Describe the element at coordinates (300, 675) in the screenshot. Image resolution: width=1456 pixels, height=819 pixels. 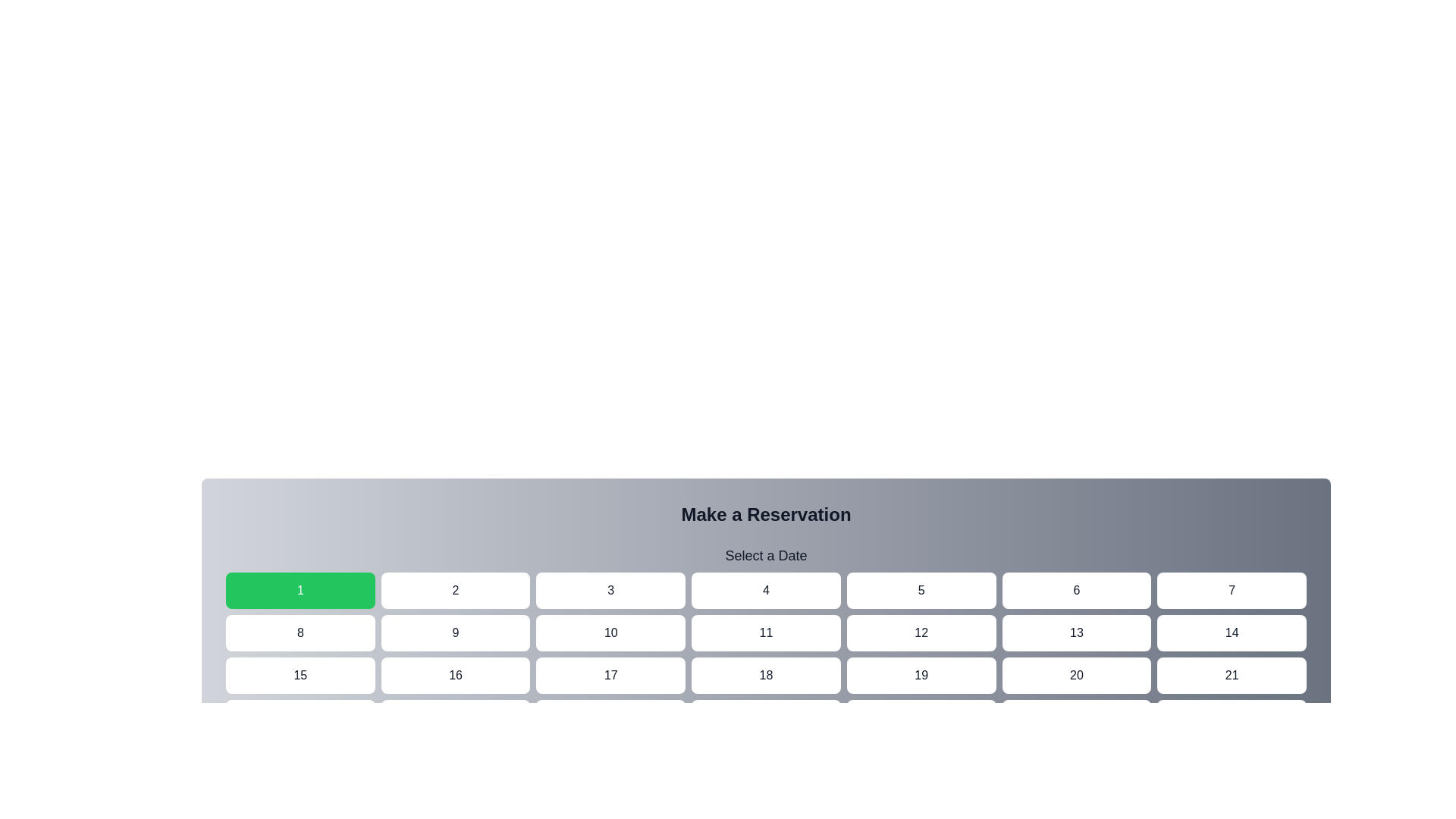
I see `the button in the first column of the third row in a 7-column grid layout` at that location.